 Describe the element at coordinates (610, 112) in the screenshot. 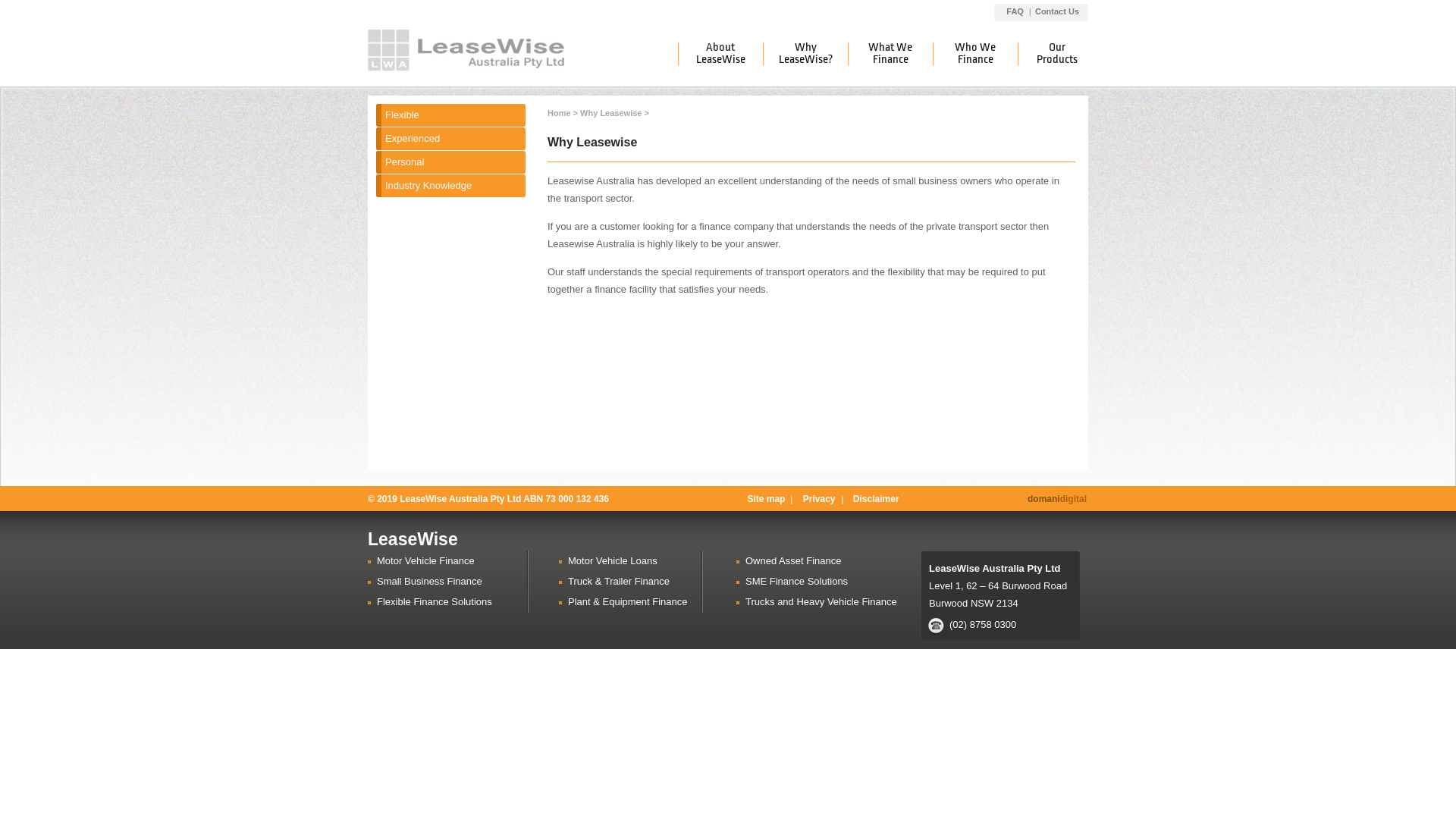

I see `'Why Leasewise'` at that location.